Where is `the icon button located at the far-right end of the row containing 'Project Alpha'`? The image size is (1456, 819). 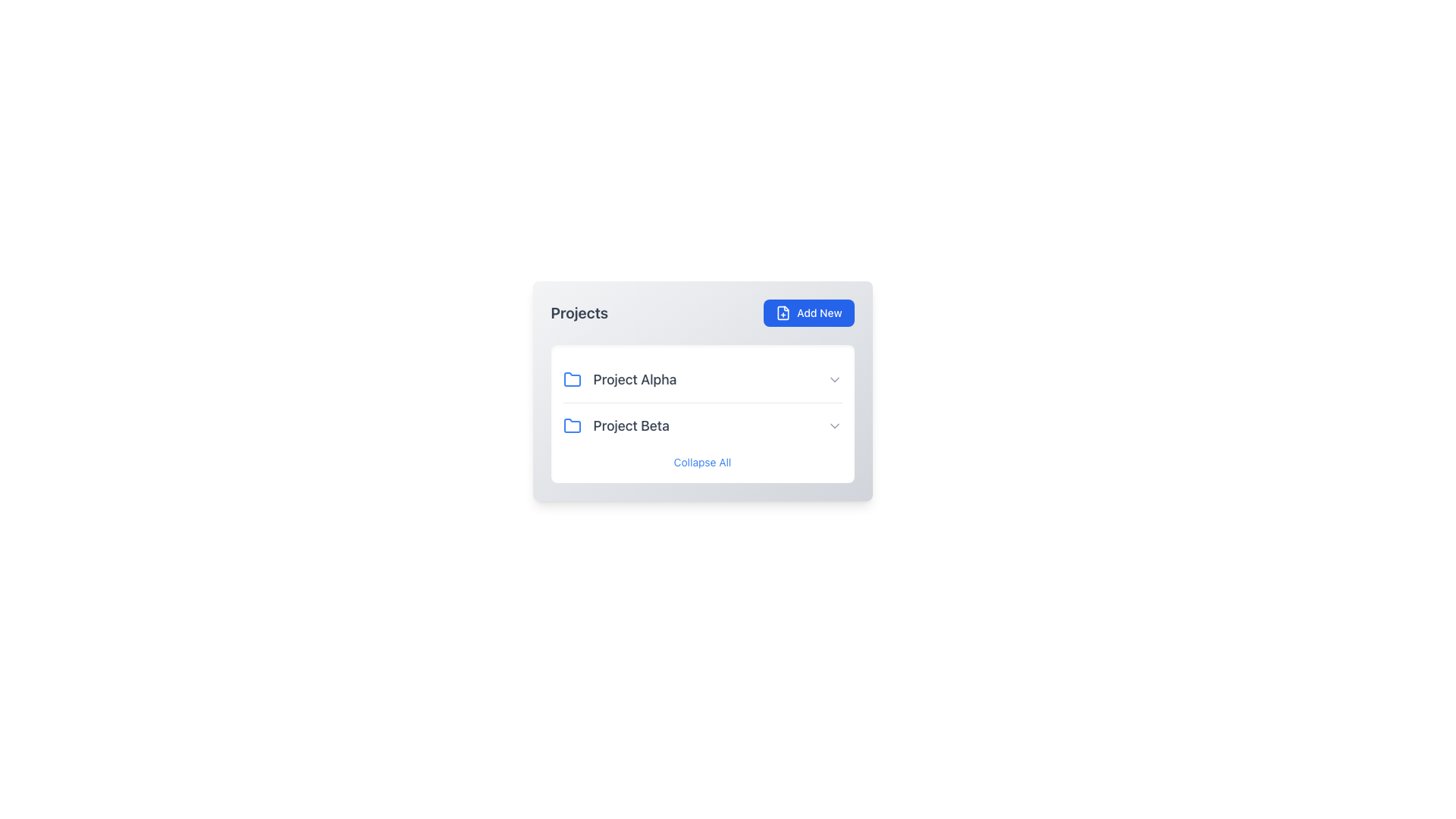 the icon button located at the far-right end of the row containing 'Project Alpha' is located at coordinates (833, 379).